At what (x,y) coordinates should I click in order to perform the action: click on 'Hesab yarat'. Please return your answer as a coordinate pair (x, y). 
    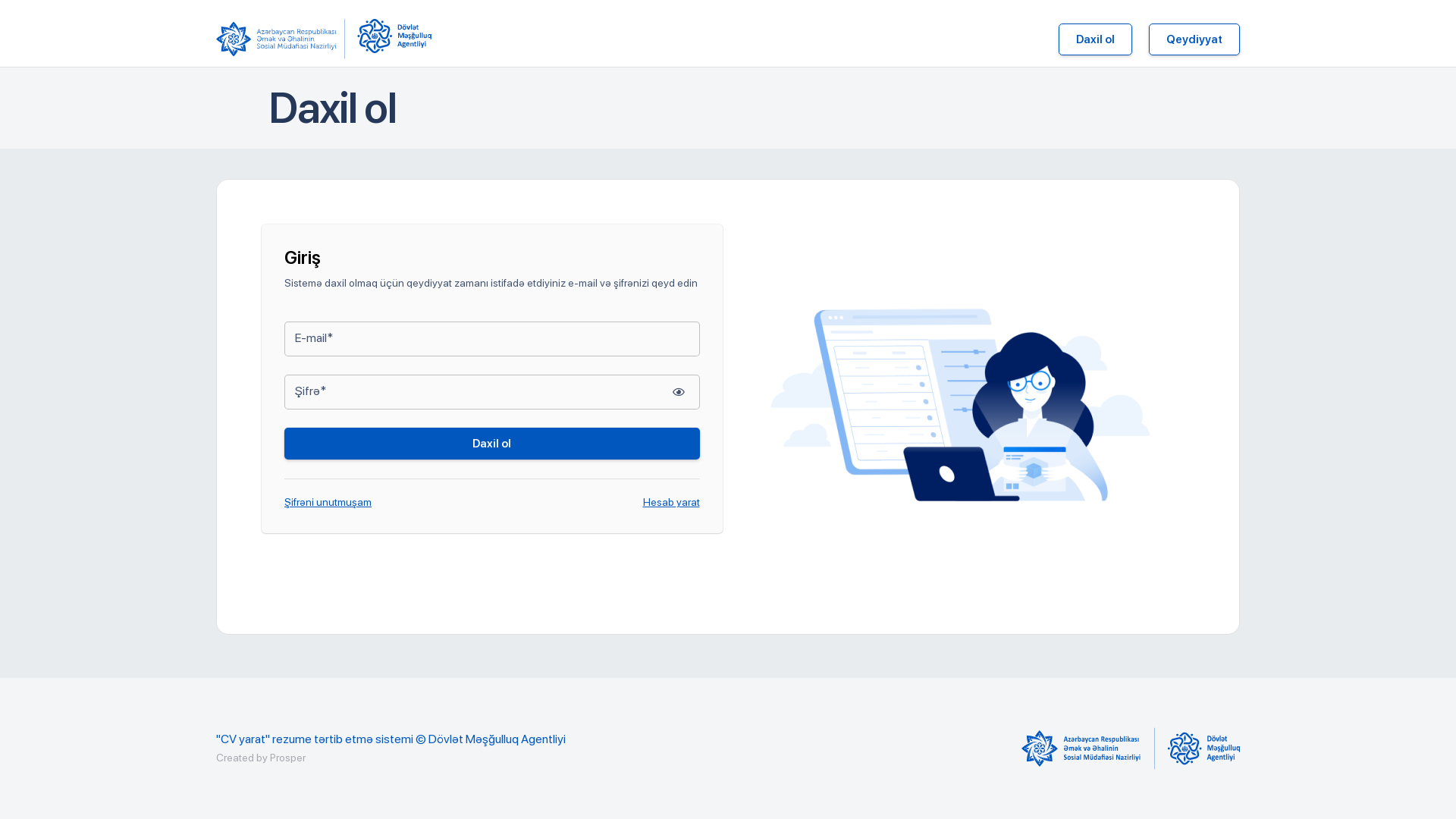
    Looking at the image, I should click on (670, 502).